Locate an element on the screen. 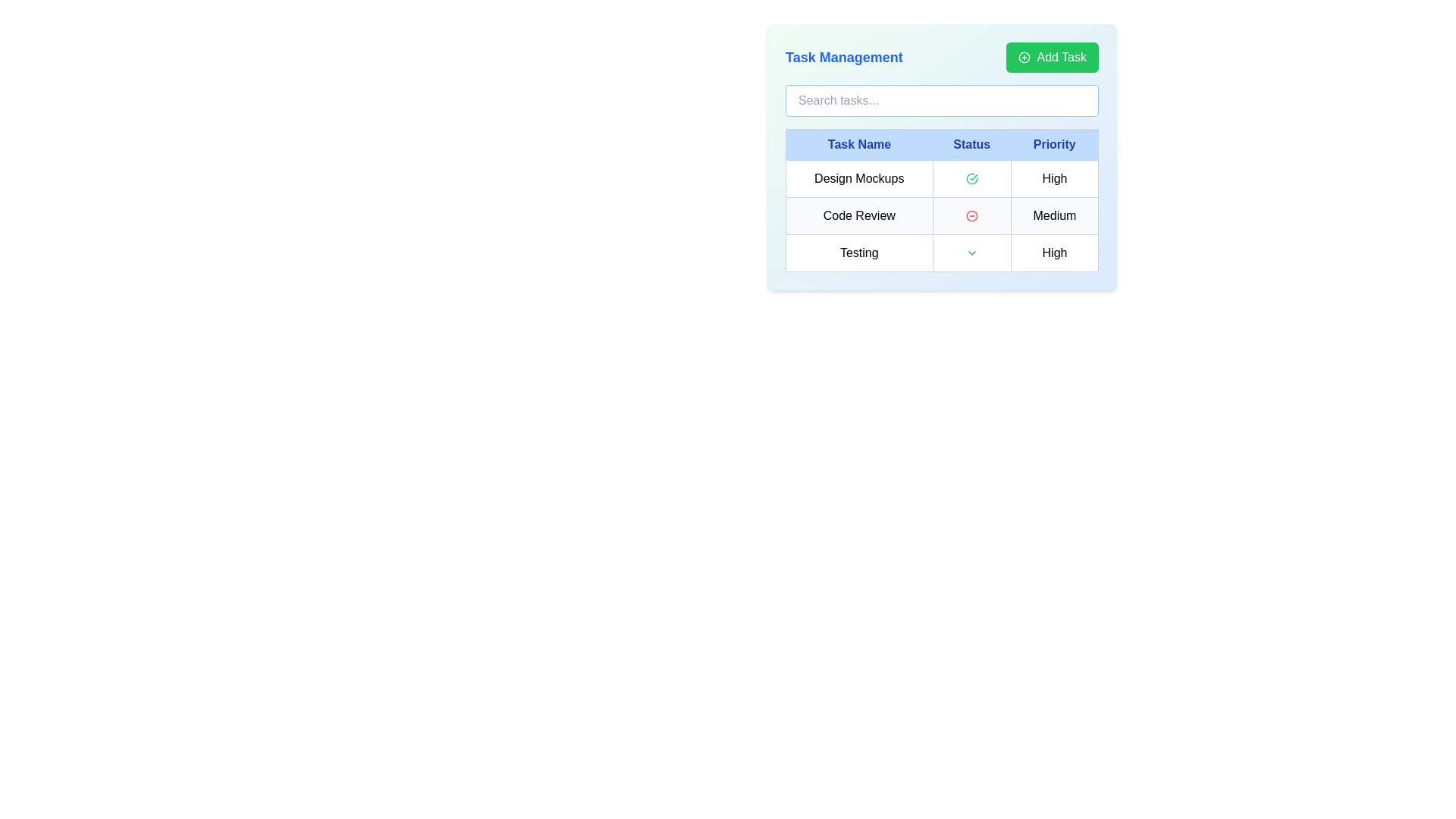 Image resolution: width=1456 pixels, height=819 pixels. the dropdown trigger in the second column of the row corresponding to 'Testing' is located at coordinates (971, 253).